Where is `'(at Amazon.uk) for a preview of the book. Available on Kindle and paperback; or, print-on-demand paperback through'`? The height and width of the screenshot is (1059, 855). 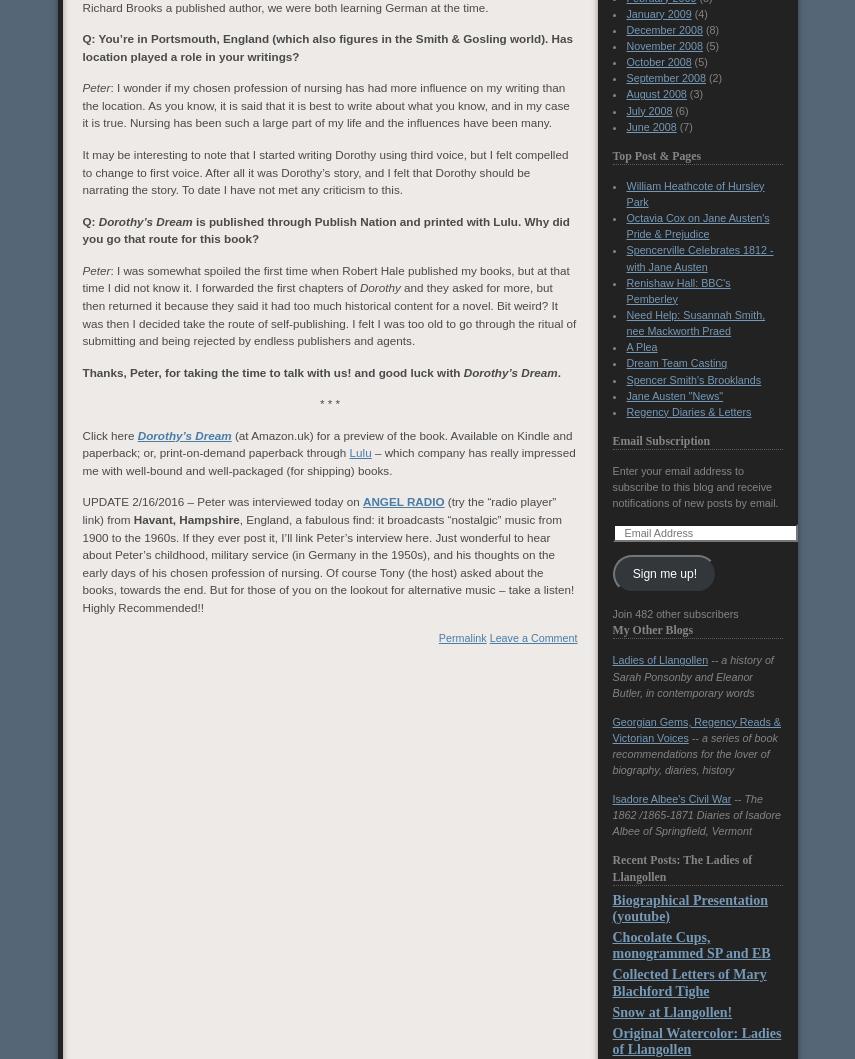
'(at Amazon.uk) for a preview of the book. Available on Kindle and paperback; or, print-on-demand paperback through' is located at coordinates (81, 443).